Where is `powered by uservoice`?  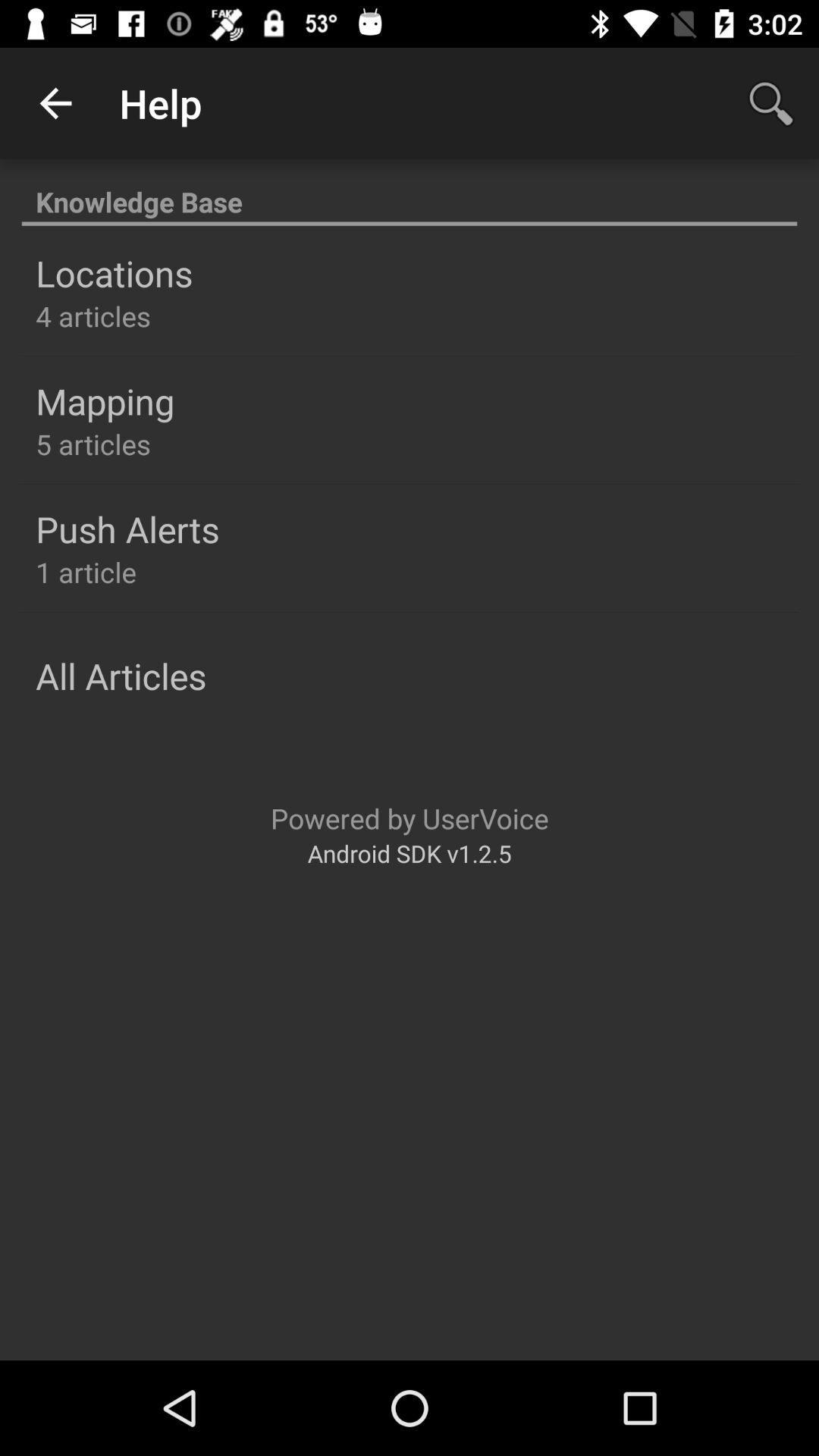 powered by uservoice is located at coordinates (409, 817).